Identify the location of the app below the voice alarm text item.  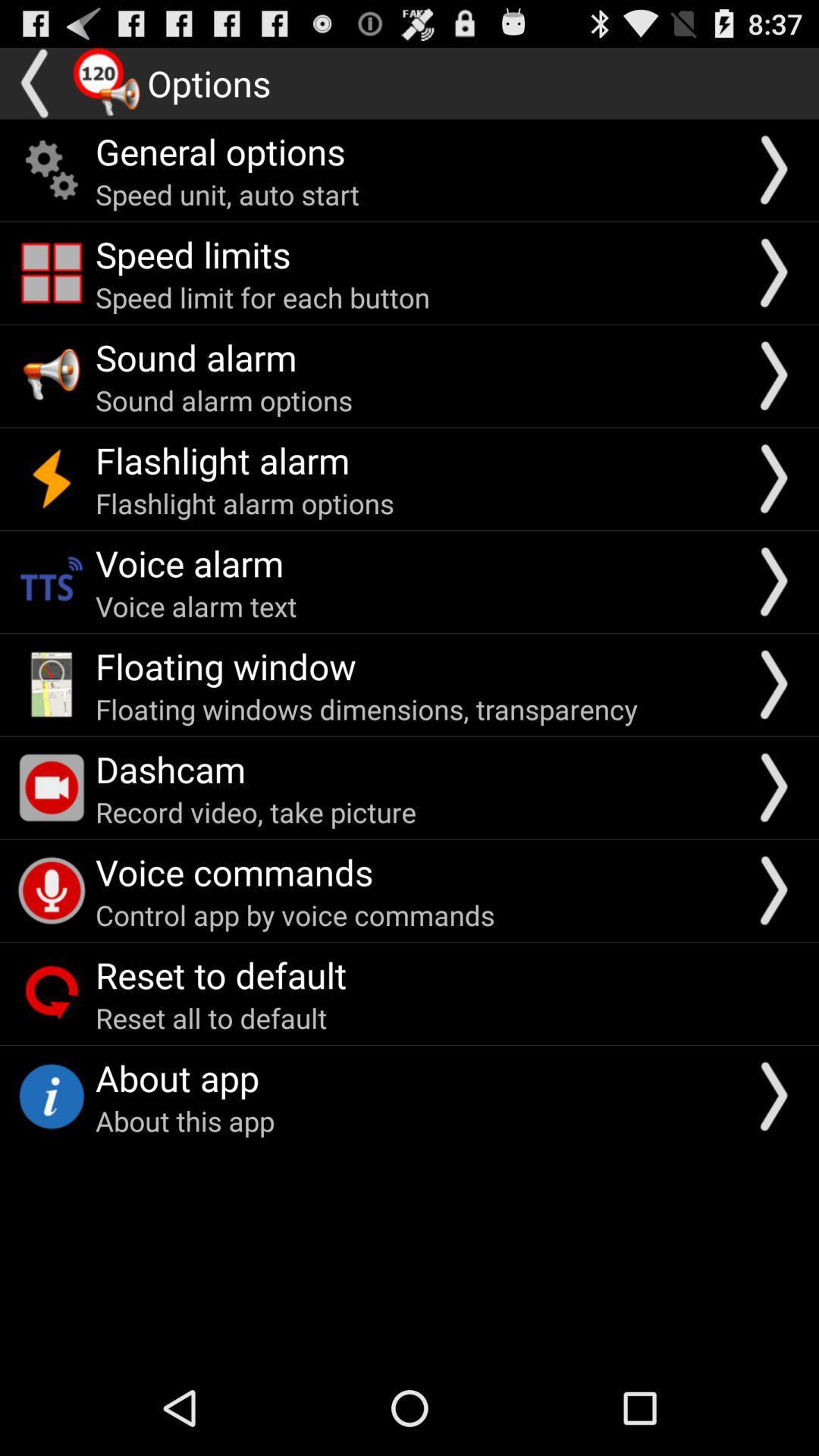
(225, 666).